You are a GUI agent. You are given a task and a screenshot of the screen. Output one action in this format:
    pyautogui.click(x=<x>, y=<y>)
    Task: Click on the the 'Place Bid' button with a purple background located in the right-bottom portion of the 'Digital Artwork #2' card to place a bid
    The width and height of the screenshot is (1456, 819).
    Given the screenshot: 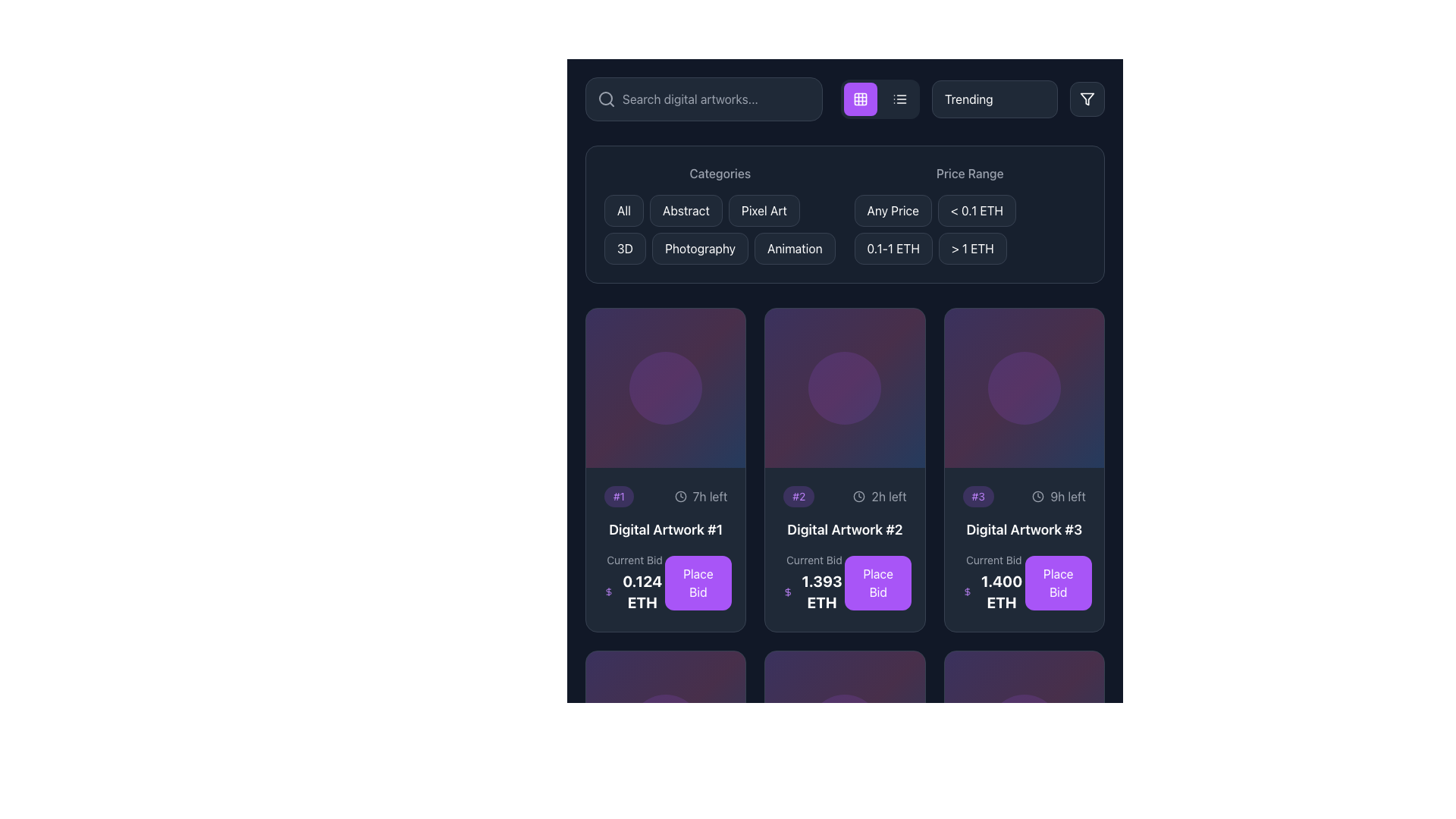 What is the action you would take?
    pyautogui.click(x=844, y=582)
    